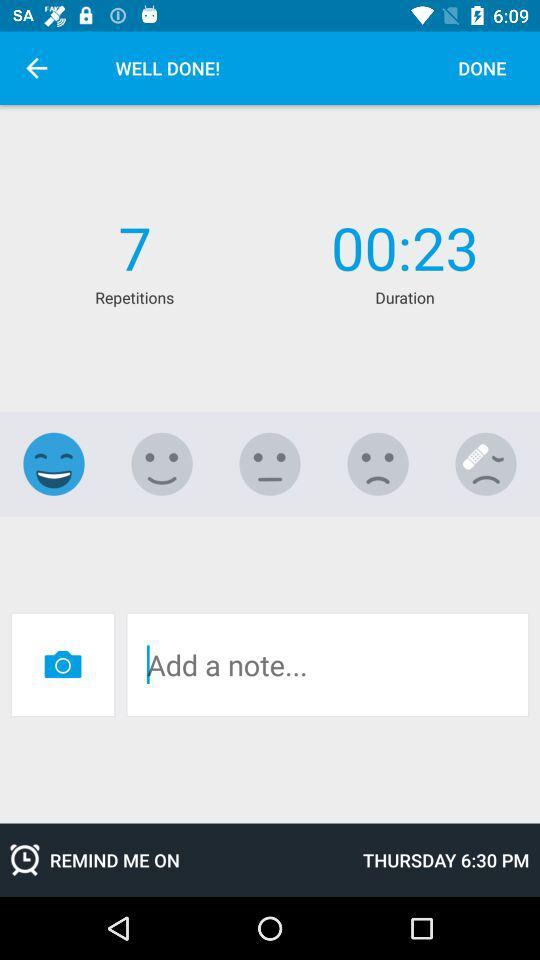 Image resolution: width=540 pixels, height=960 pixels. I want to click on item next to the thursday 6 30, so click(176, 859).